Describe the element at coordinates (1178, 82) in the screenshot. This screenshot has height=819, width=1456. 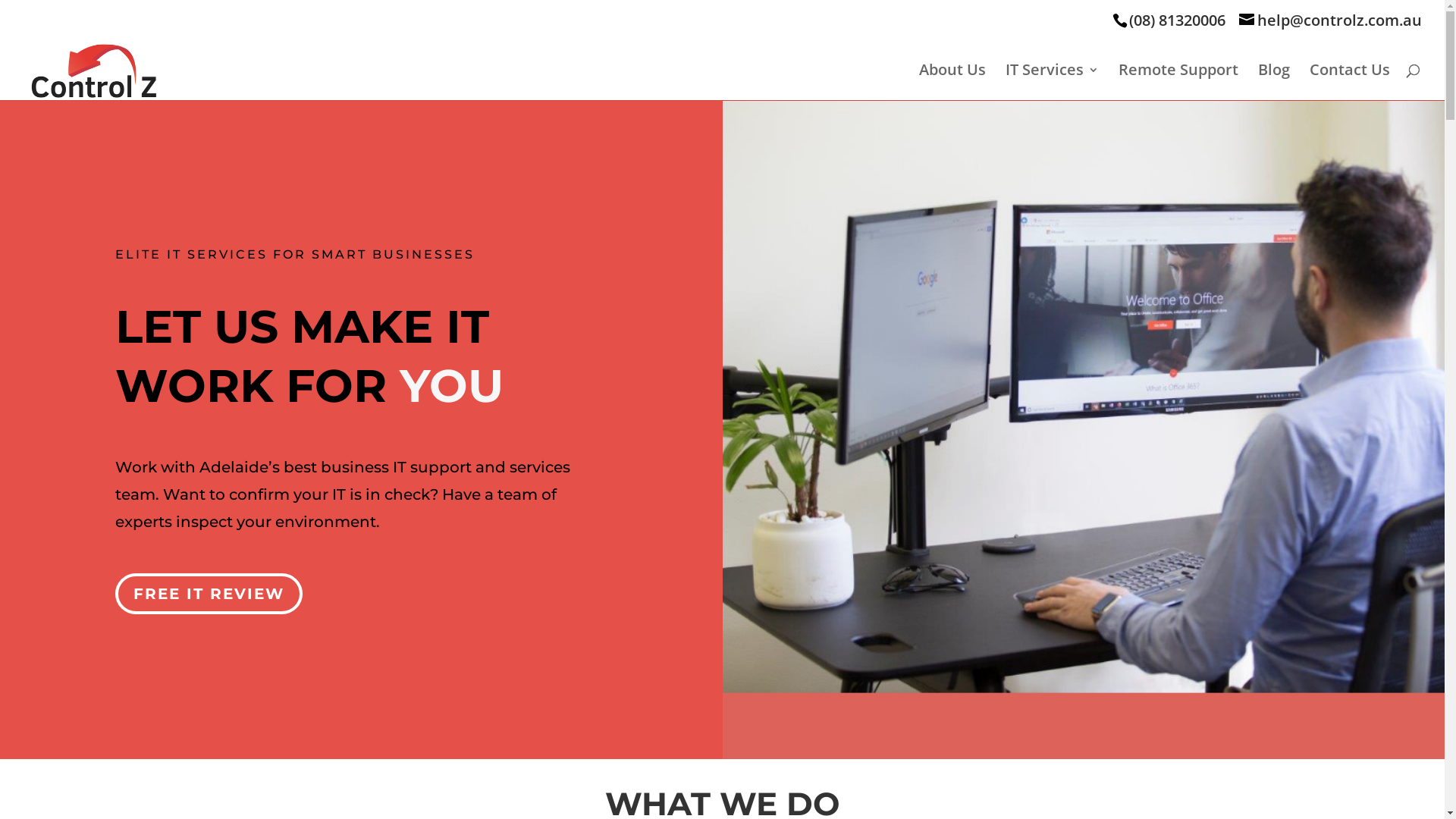
I see `'Remote Support'` at that location.